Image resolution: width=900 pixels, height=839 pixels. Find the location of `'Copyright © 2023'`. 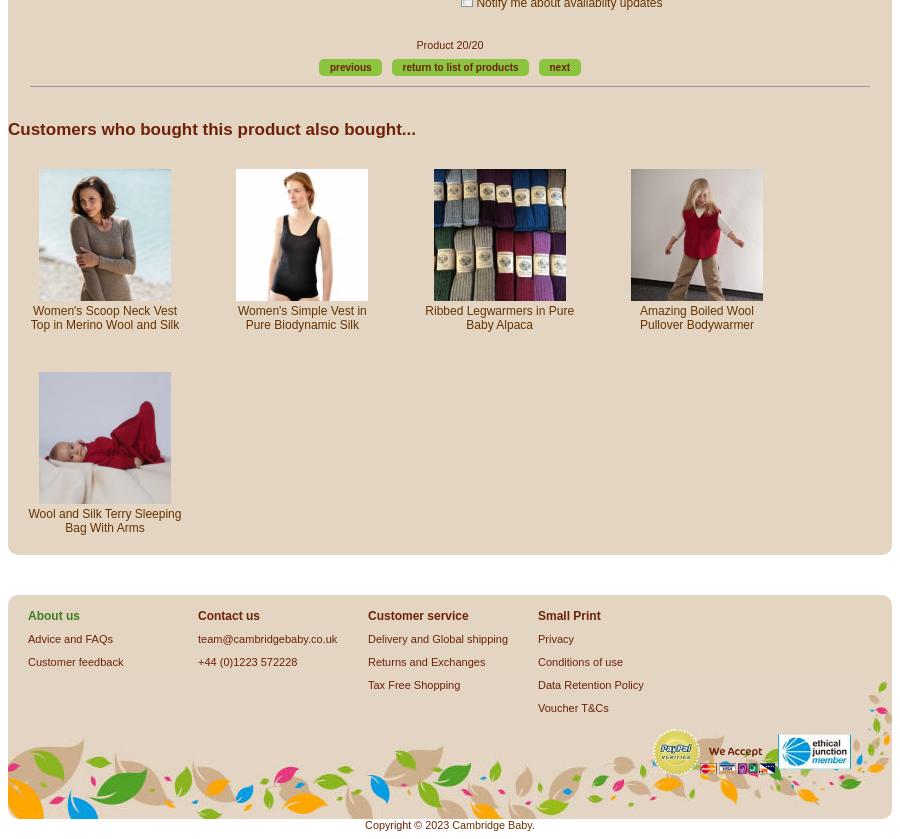

'Copyright © 2023' is located at coordinates (365, 822).